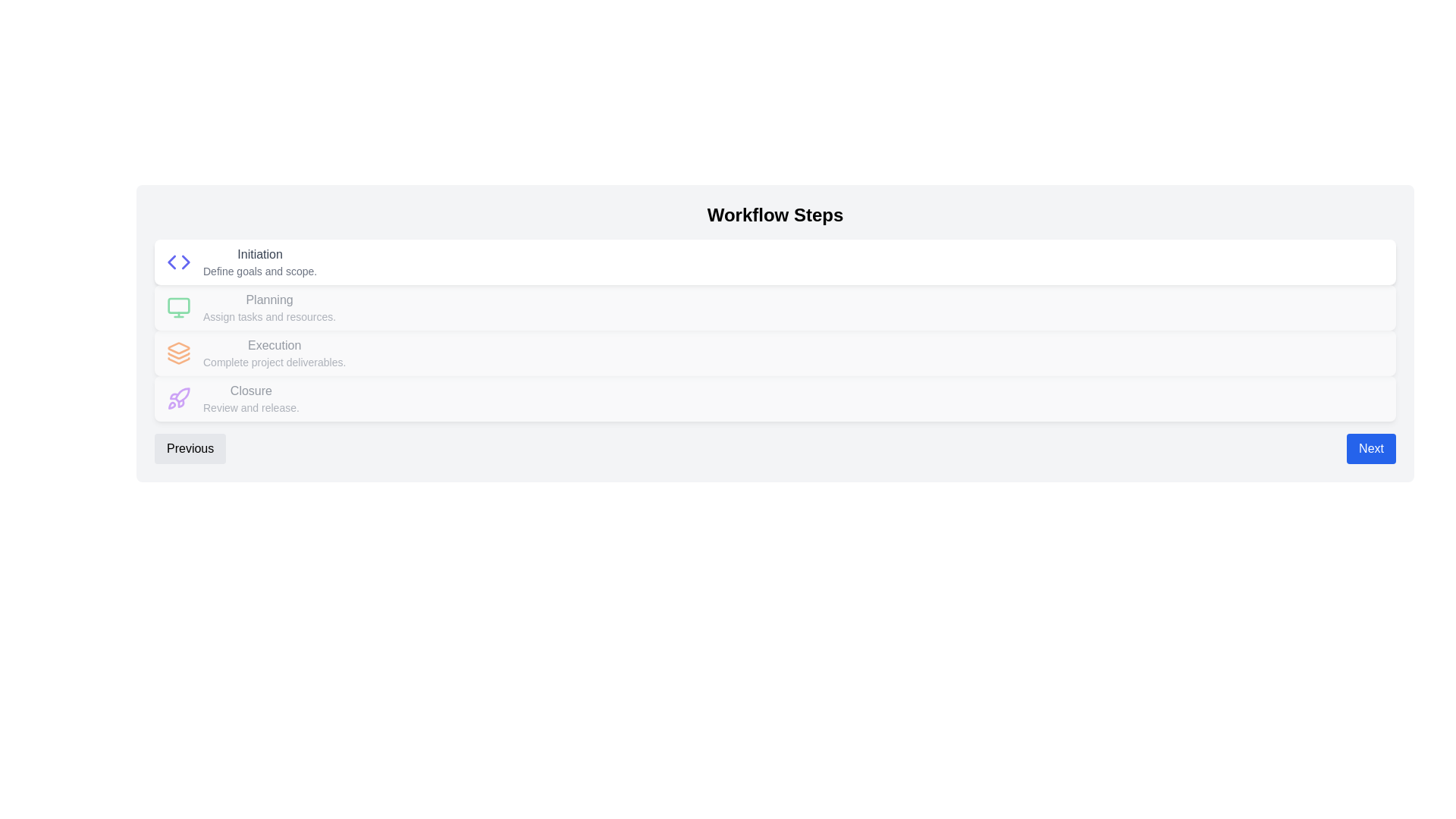  I want to click on the Text Display element that shows 'Closure' in medium gray bold font and 'Review and release.' in smaller light gray text, located in the workflow section of the UI, so click(251, 397).